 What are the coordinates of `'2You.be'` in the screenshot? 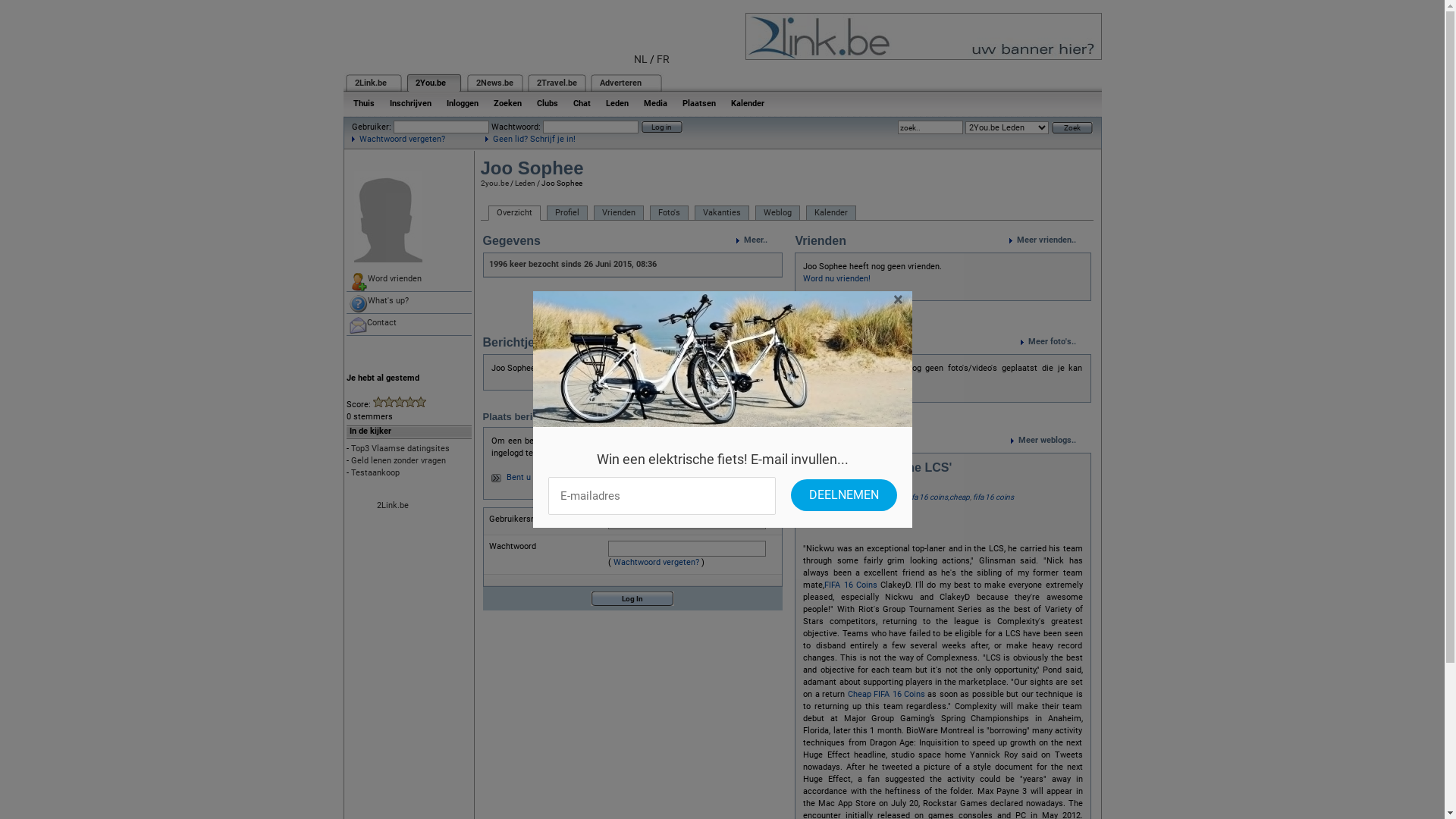 It's located at (429, 83).